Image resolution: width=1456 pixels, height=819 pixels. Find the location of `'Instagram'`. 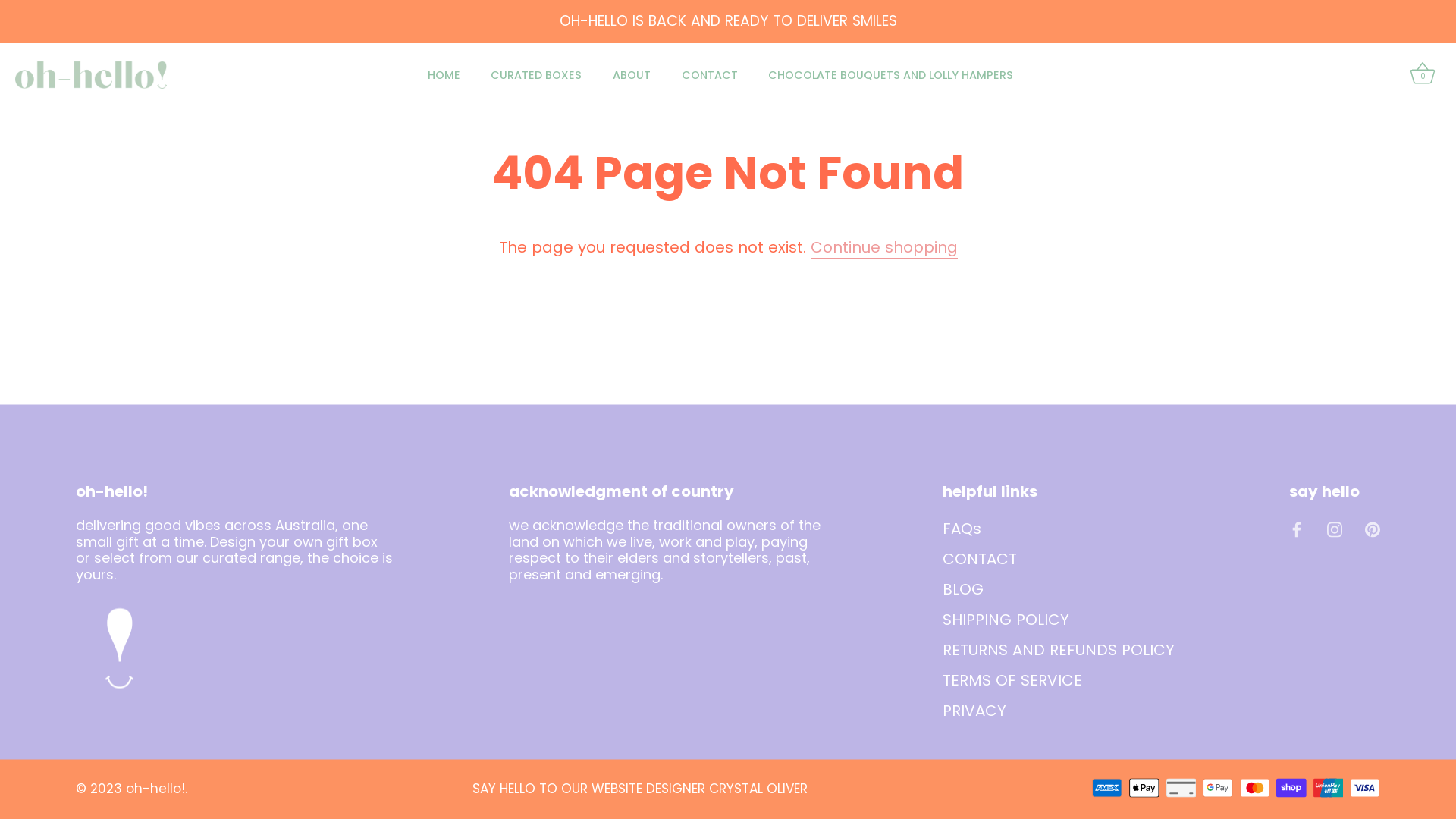

'Instagram' is located at coordinates (1335, 526).